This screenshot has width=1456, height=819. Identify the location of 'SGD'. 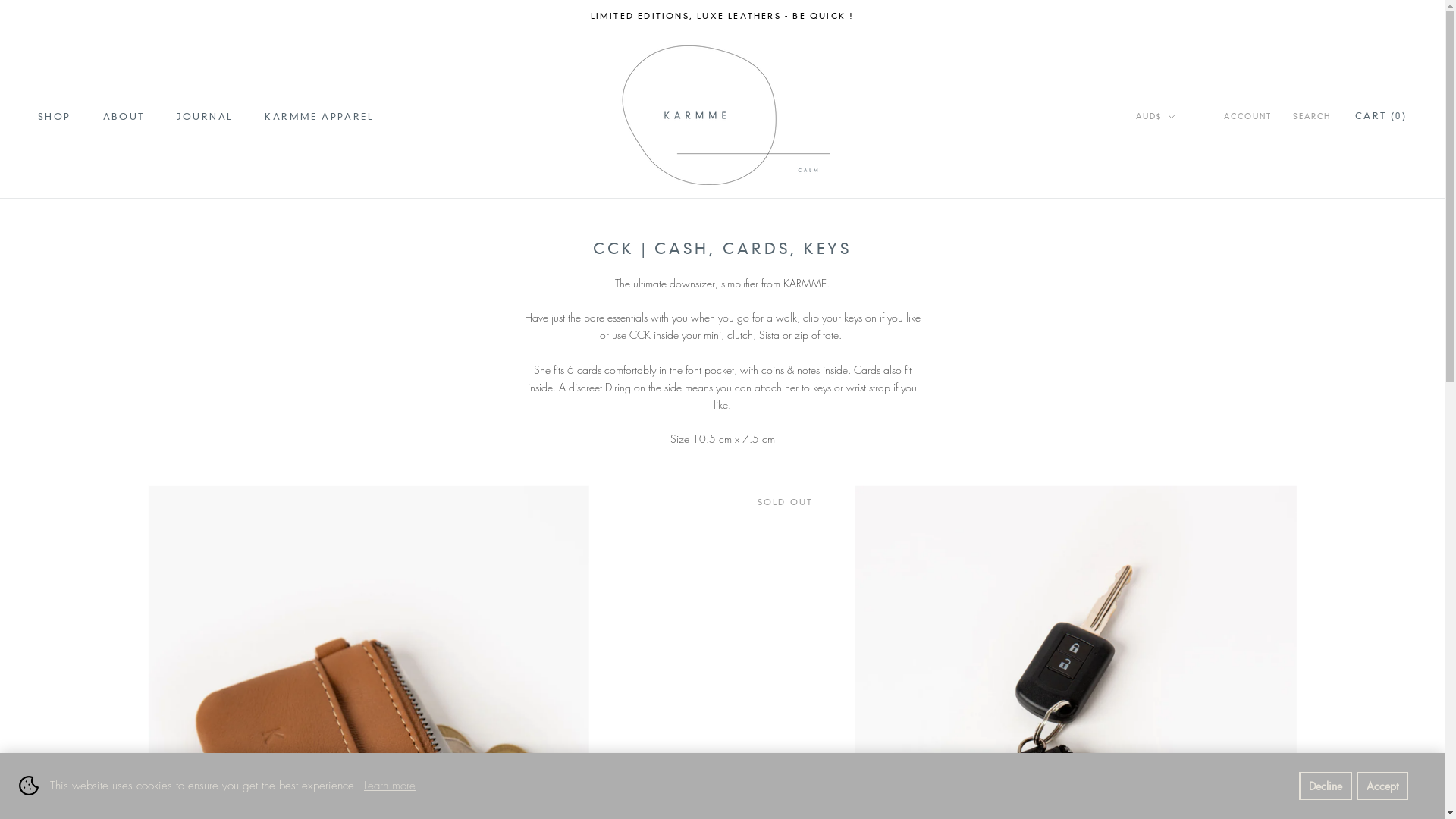
(1175, 228).